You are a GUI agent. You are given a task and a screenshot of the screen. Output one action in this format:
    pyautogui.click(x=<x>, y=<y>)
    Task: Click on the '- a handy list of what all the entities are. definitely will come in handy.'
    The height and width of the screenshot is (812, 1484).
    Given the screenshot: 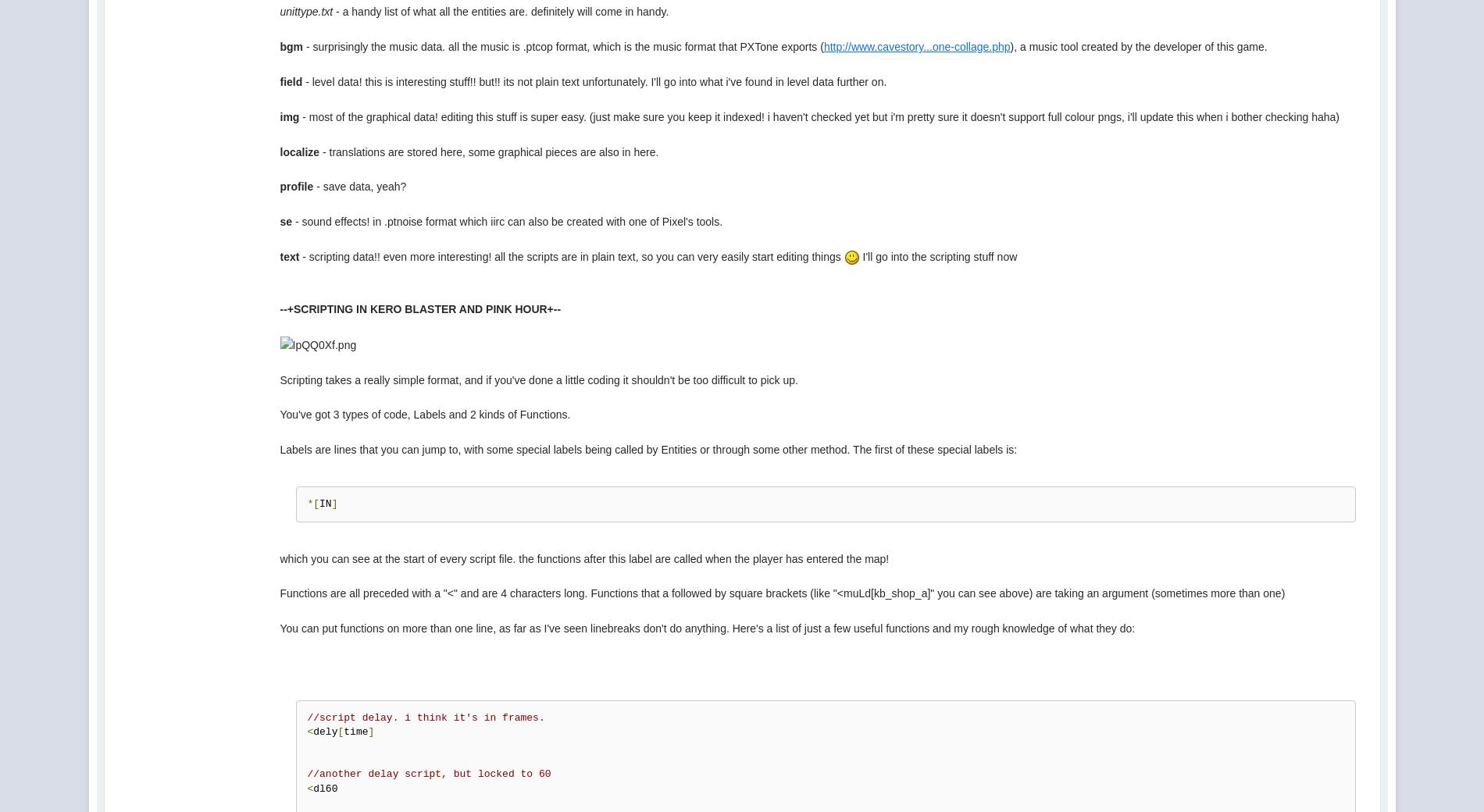 What is the action you would take?
    pyautogui.click(x=501, y=10)
    